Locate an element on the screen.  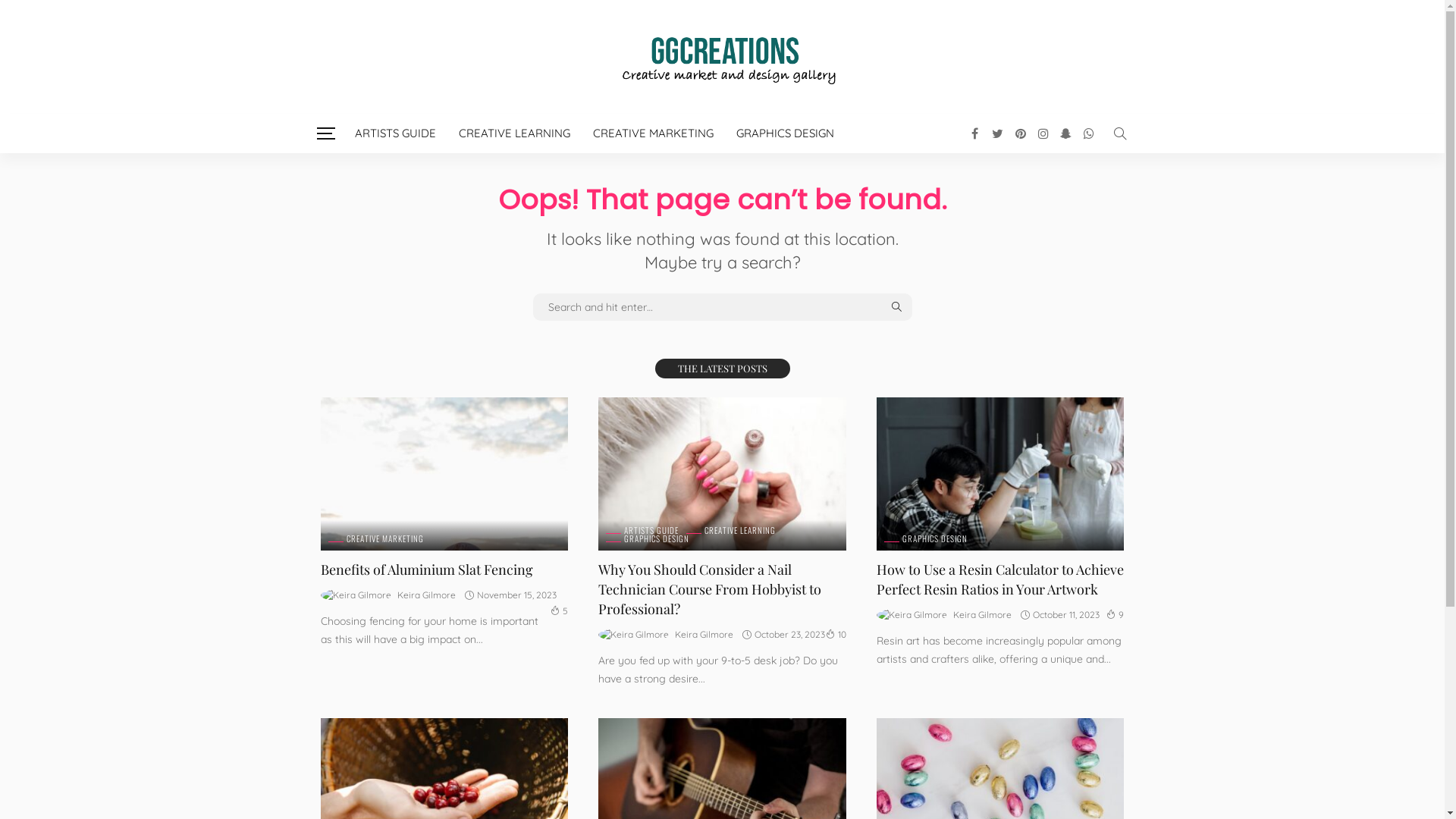
'Creative market and design gallery' is located at coordinates (720, 55).